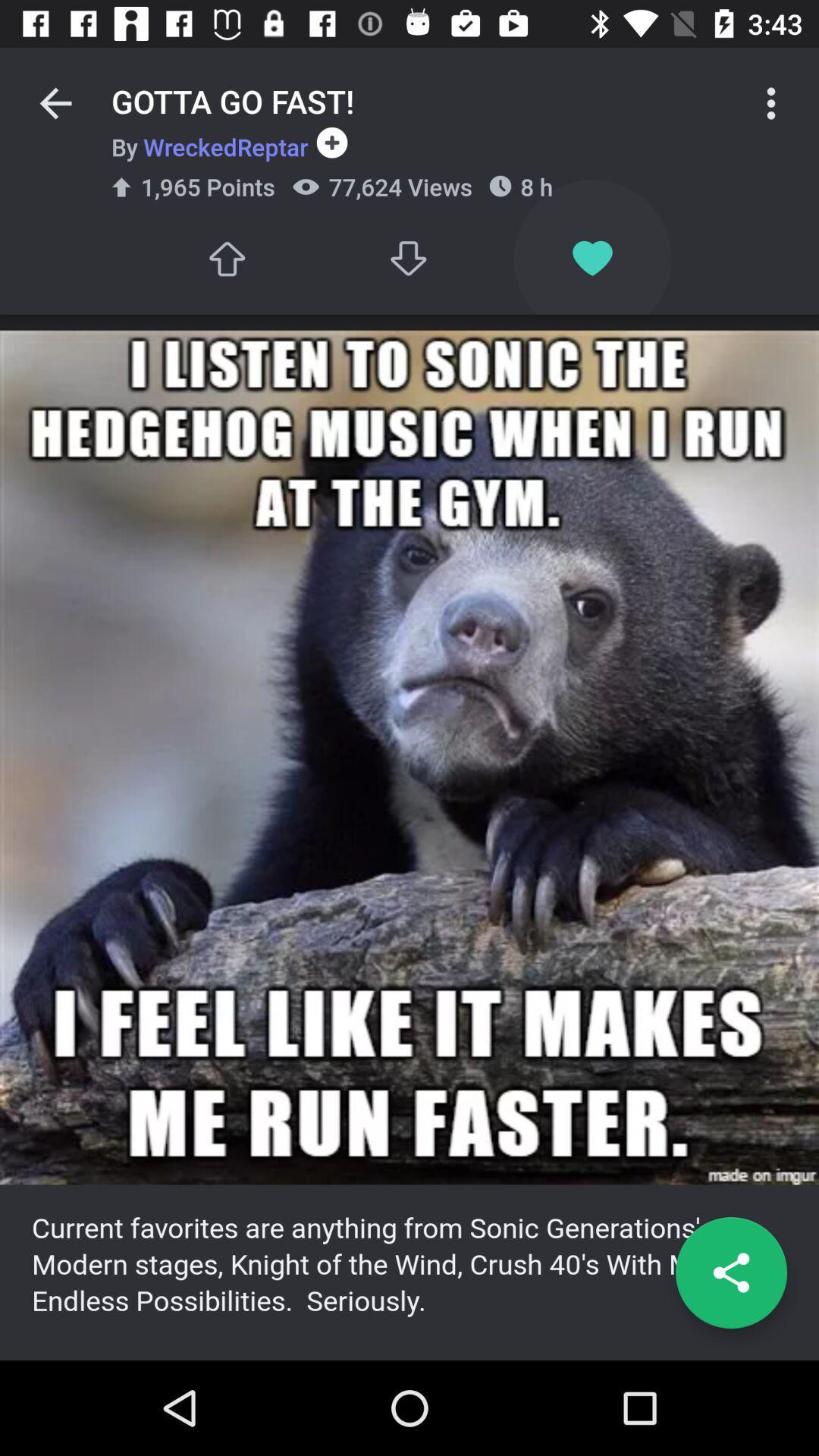 The width and height of the screenshot is (819, 1456). I want to click on the arrow_downward icon, so click(409, 259).